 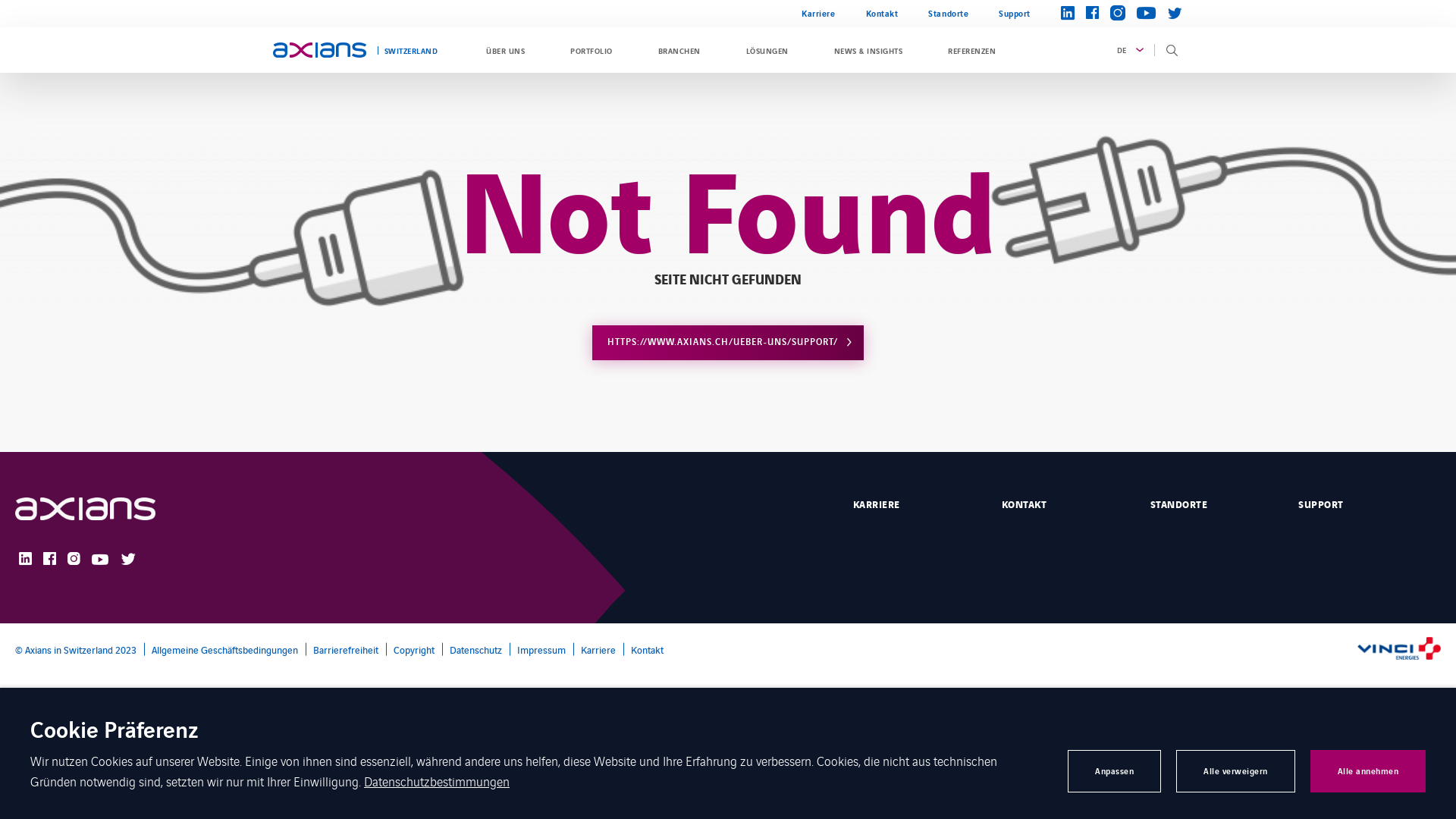 What do you see at coordinates (1001, 503) in the screenshot?
I see `'KONTAKT'` at bounding box center [1001, 503].